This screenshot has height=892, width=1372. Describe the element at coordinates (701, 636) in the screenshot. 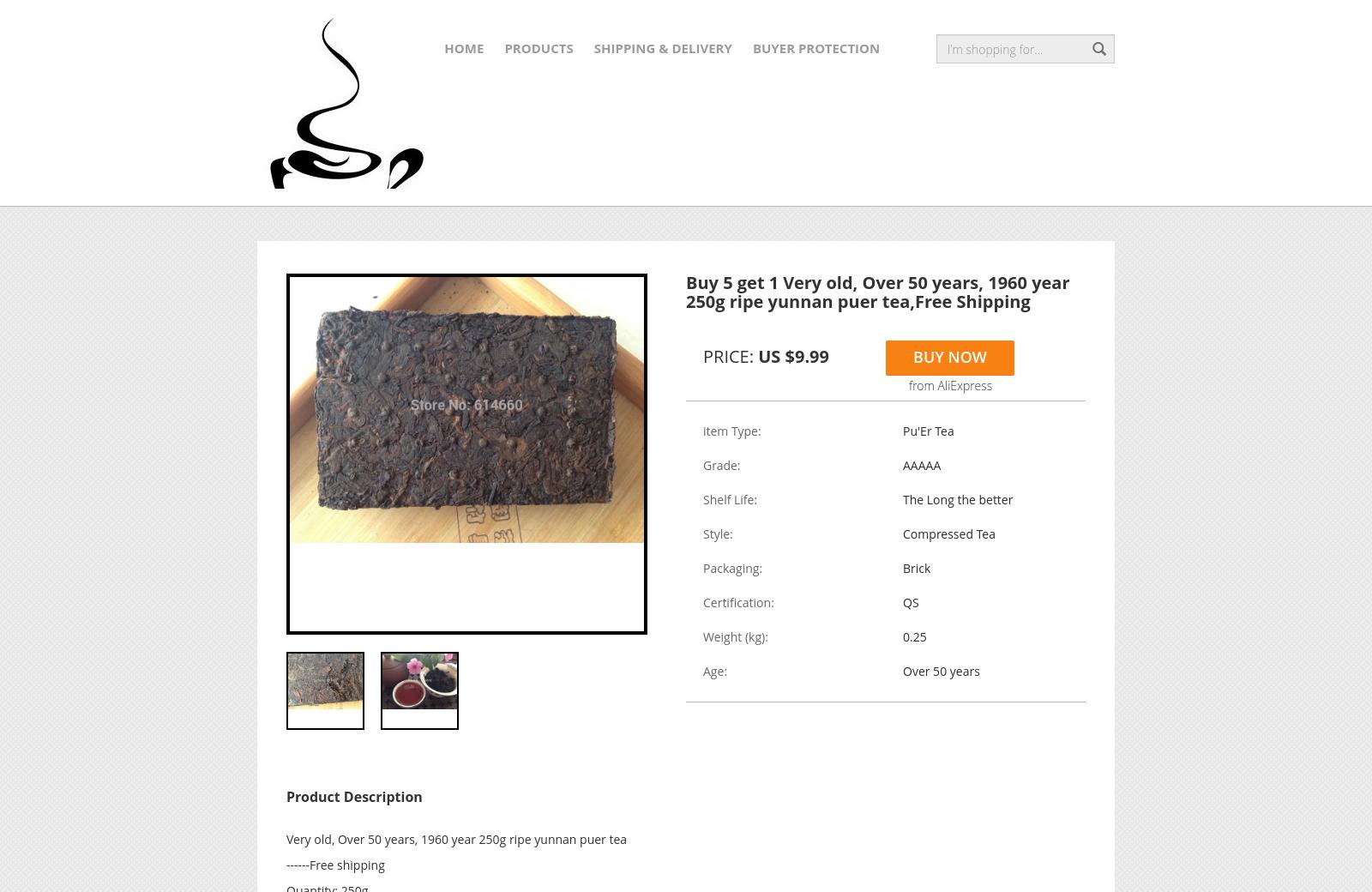

I see `'Weight (kg):'` at that location.